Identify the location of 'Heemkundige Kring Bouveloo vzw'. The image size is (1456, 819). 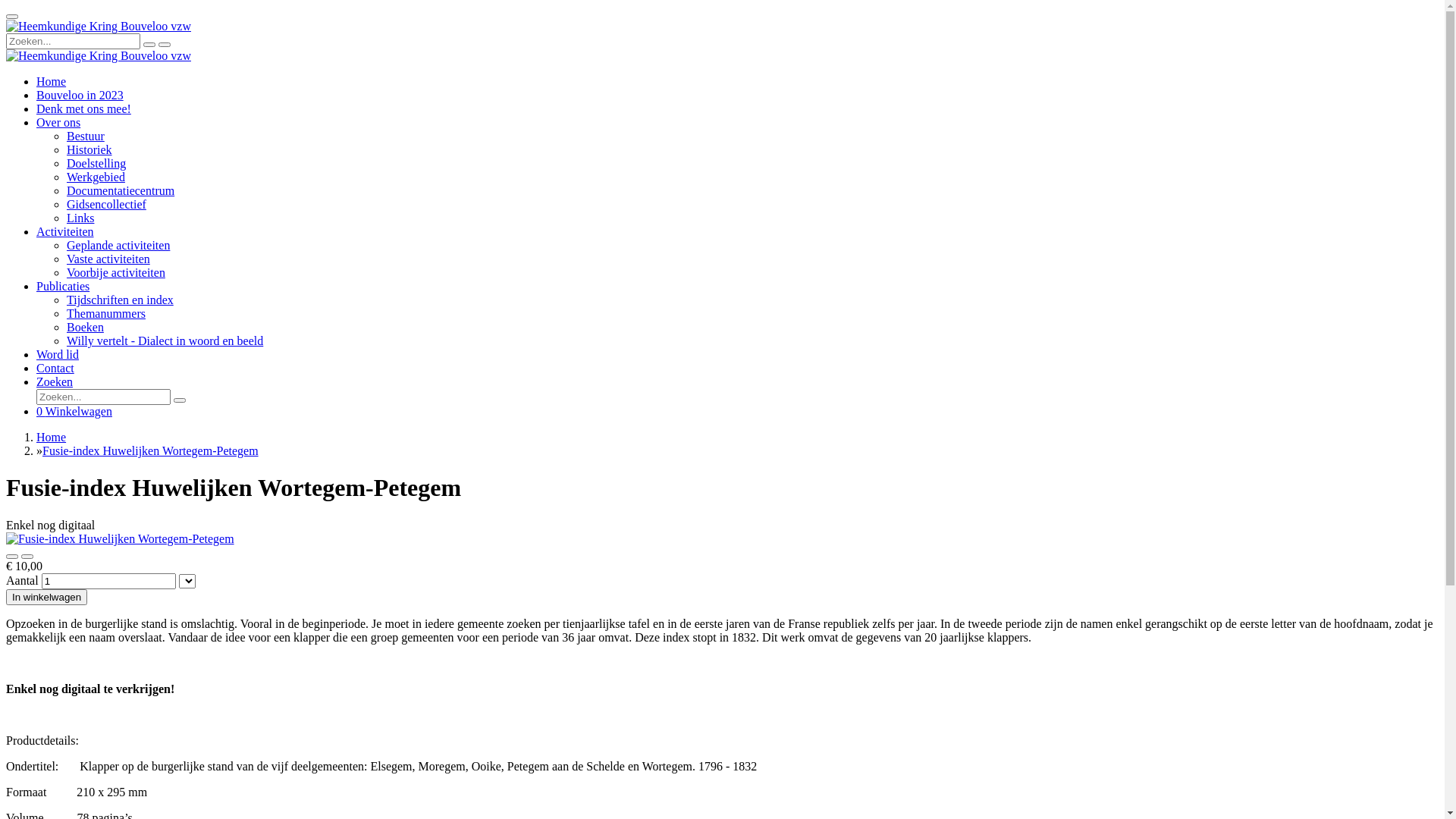
(6, 55).